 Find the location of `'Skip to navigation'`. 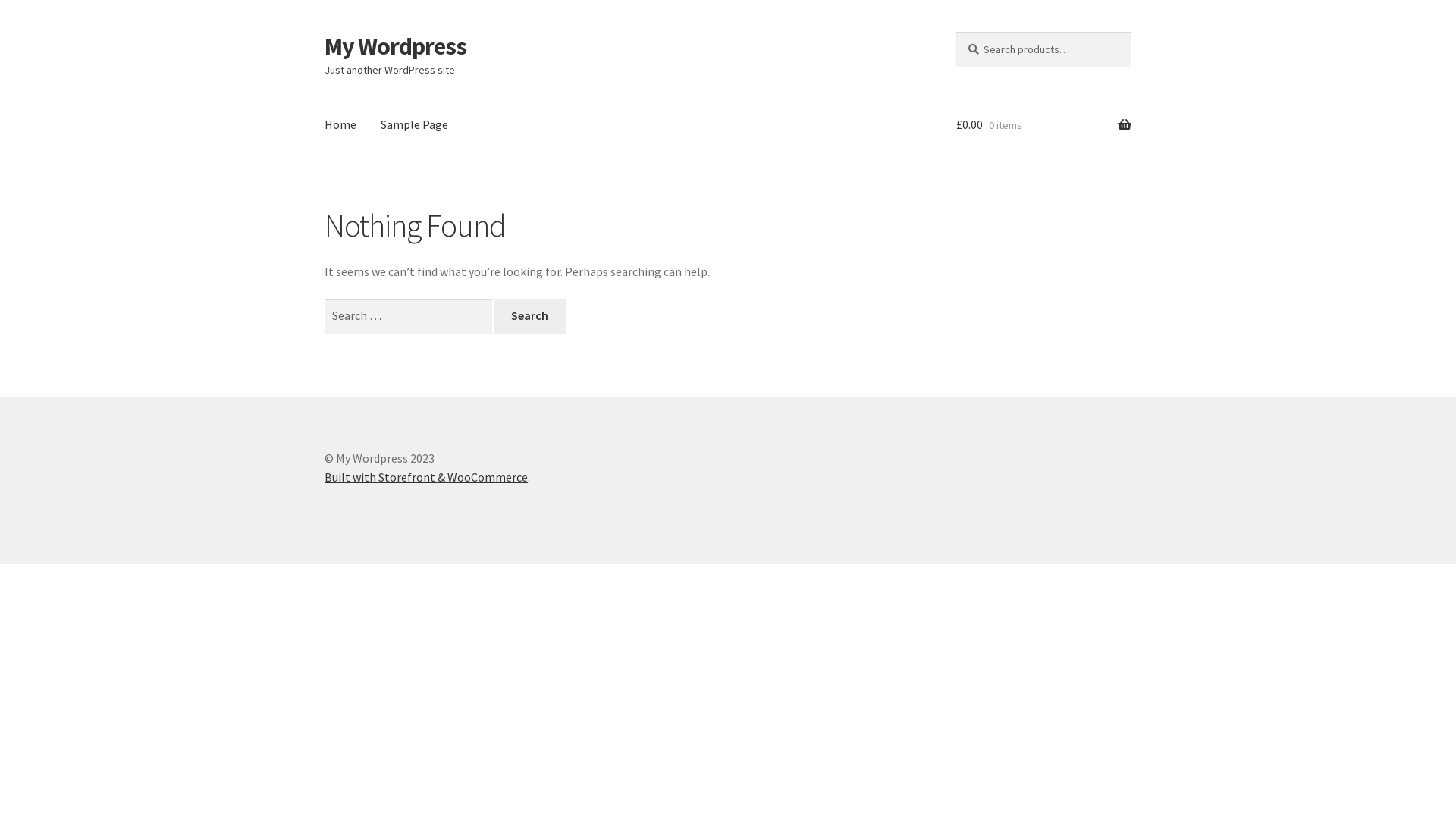

'Skip to navigation' is located at coordinates (323, 31).